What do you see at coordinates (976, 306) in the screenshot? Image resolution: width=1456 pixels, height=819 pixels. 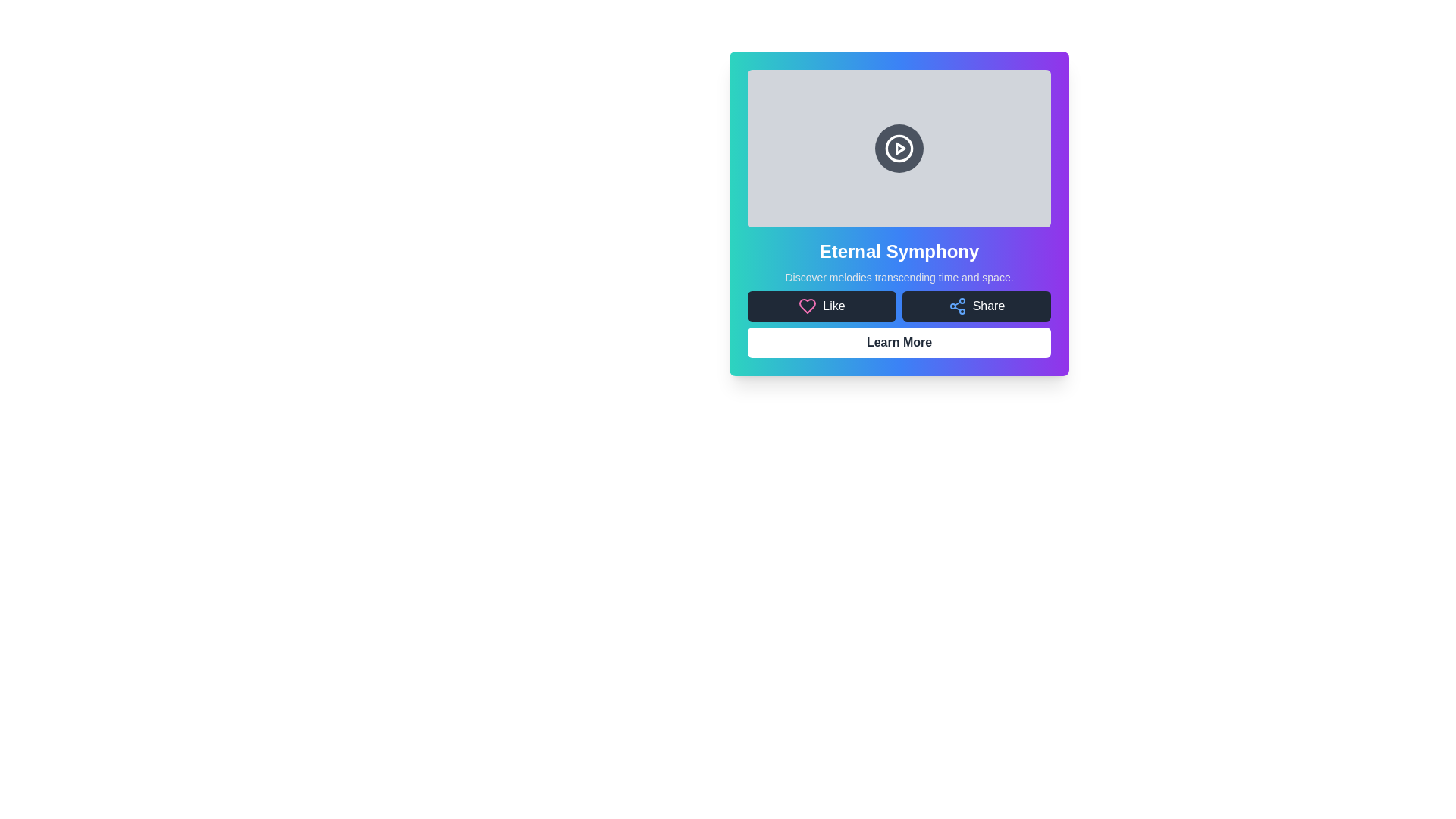 I see `the sharing button located beneath the 'Eternal Symphony' section, which is the second button in a row to the right of the 'Like' button` at bounding box center [976, 306].